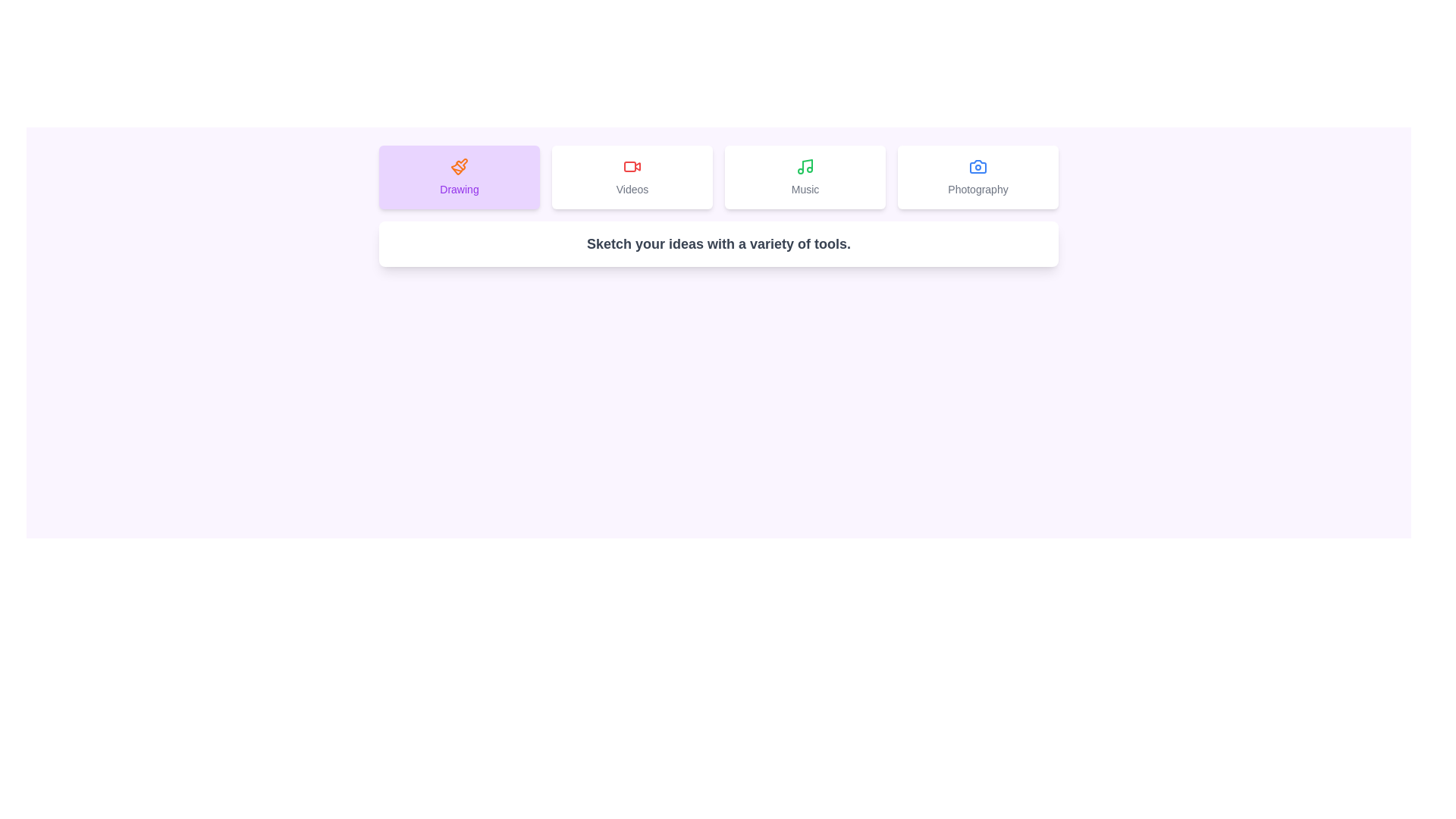  Describe the element at coordinates (632, 177) in the screenshot. I see `the tab labeled Videos to preview its hover effect` at that location.